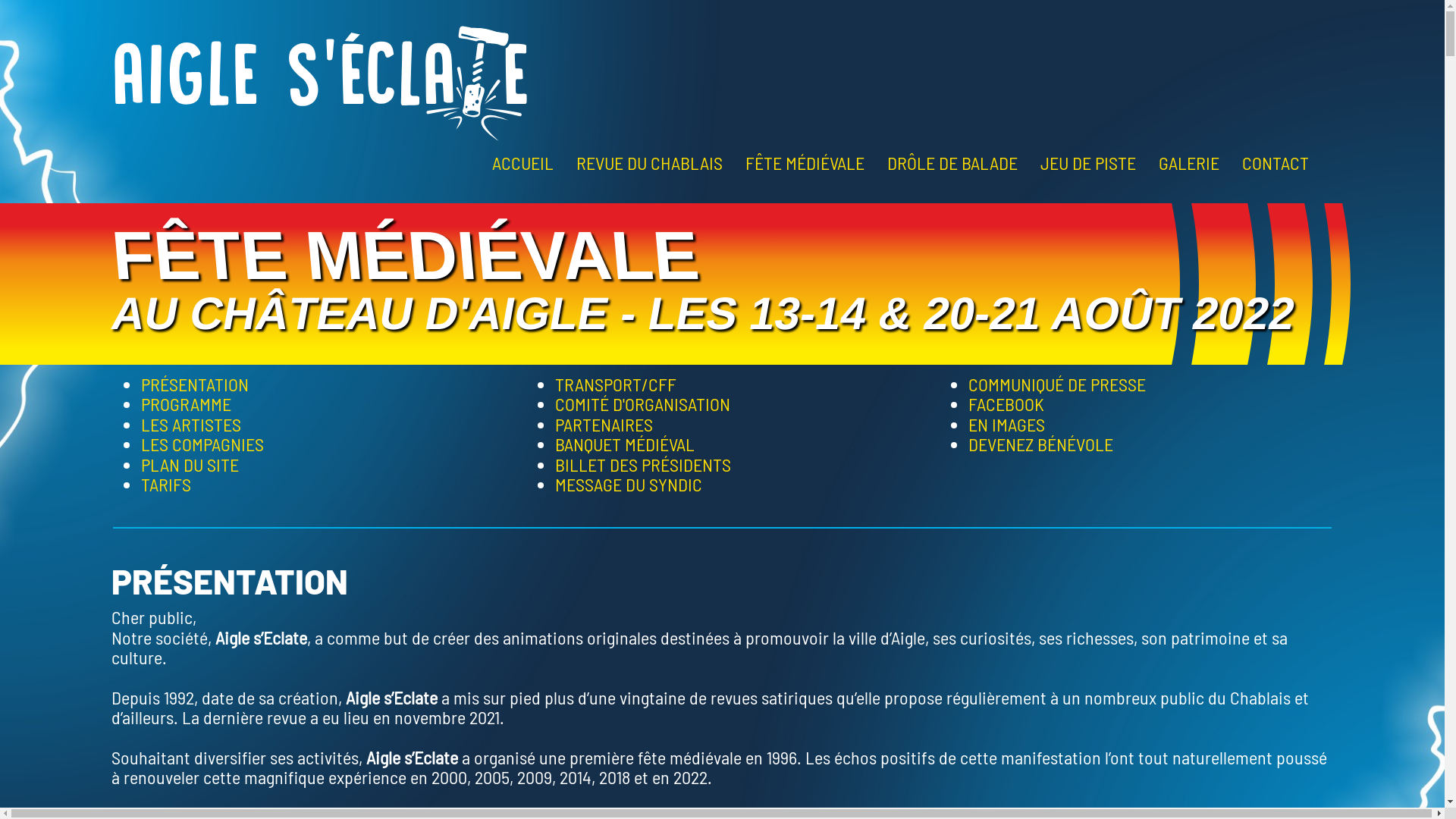 The width and height of the screenshot is (1456, 819). I want to click on 'PROGRAMME', so click(141, 403).